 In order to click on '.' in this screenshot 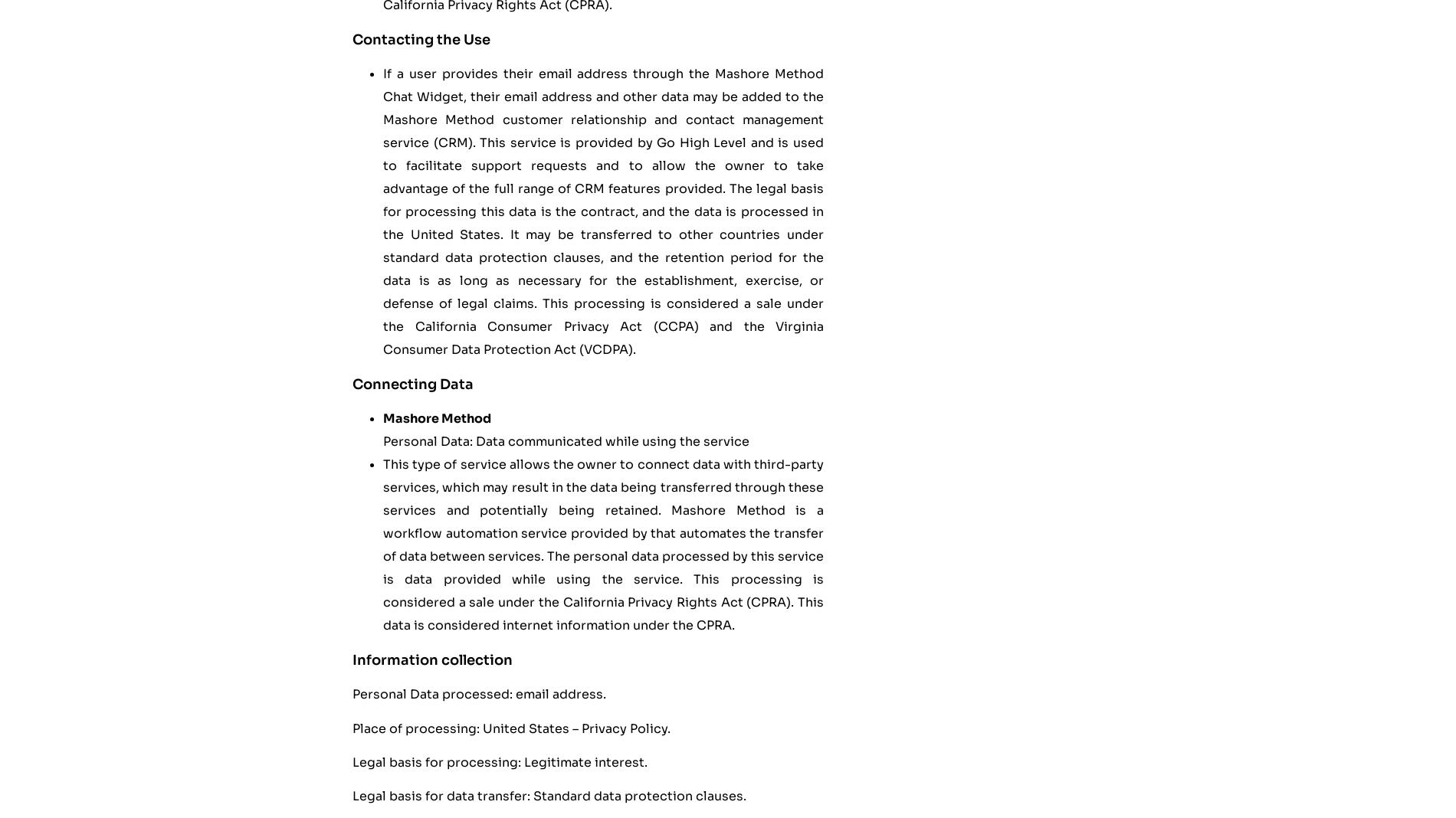, I will do `click(668, 728)`.